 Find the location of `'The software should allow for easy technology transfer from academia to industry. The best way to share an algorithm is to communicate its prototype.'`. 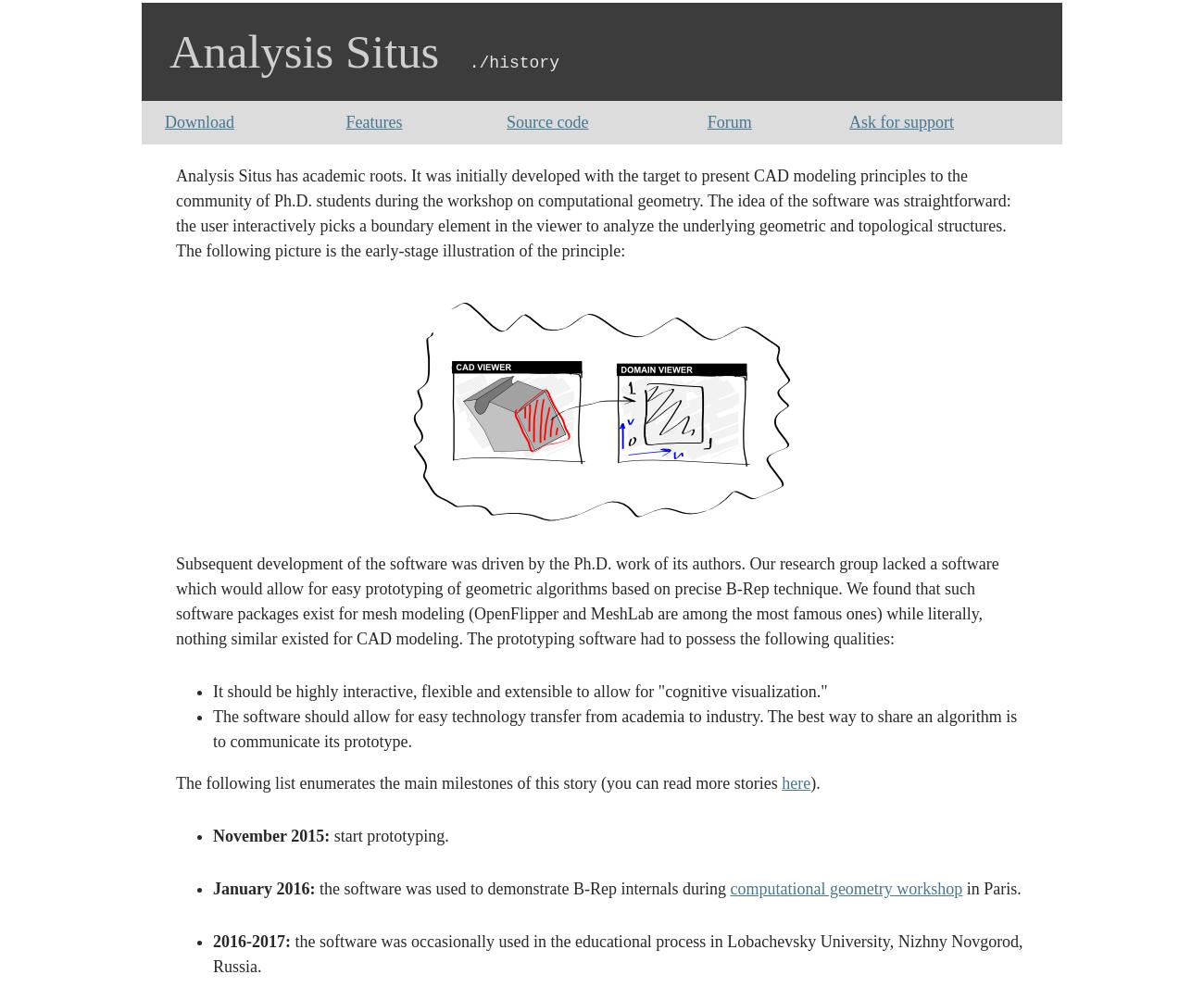

'The software should allow for easy technology transfer from academia to industry. The best way to share an algorithm is to communicate its prototype.' is located at coordinates (211, 728).